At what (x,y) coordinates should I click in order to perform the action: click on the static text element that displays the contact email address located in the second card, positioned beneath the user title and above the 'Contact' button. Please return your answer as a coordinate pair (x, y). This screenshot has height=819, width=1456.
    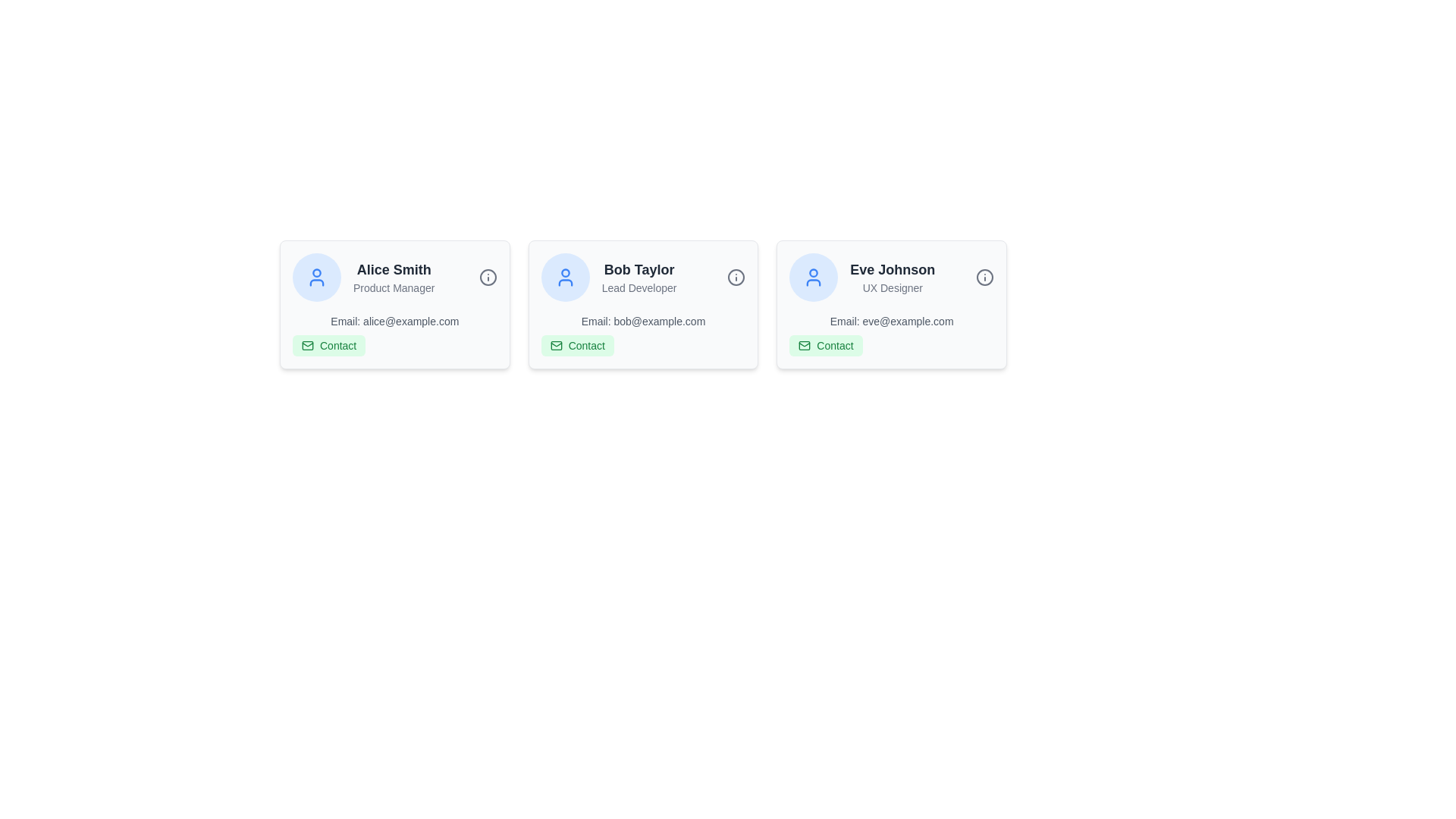
    Looking at the image, I should click on (643, 321).